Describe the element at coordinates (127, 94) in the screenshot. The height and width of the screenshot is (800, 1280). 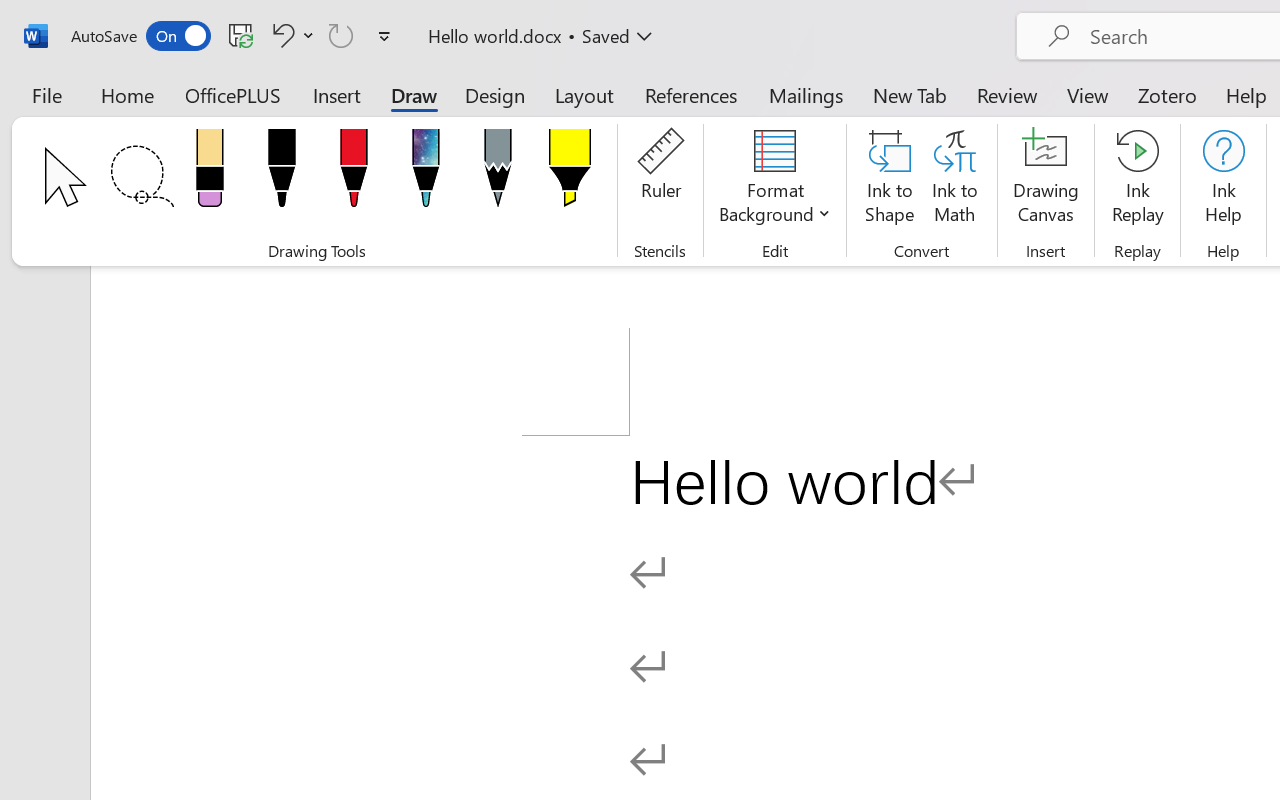
I see `'Home'` at that location.